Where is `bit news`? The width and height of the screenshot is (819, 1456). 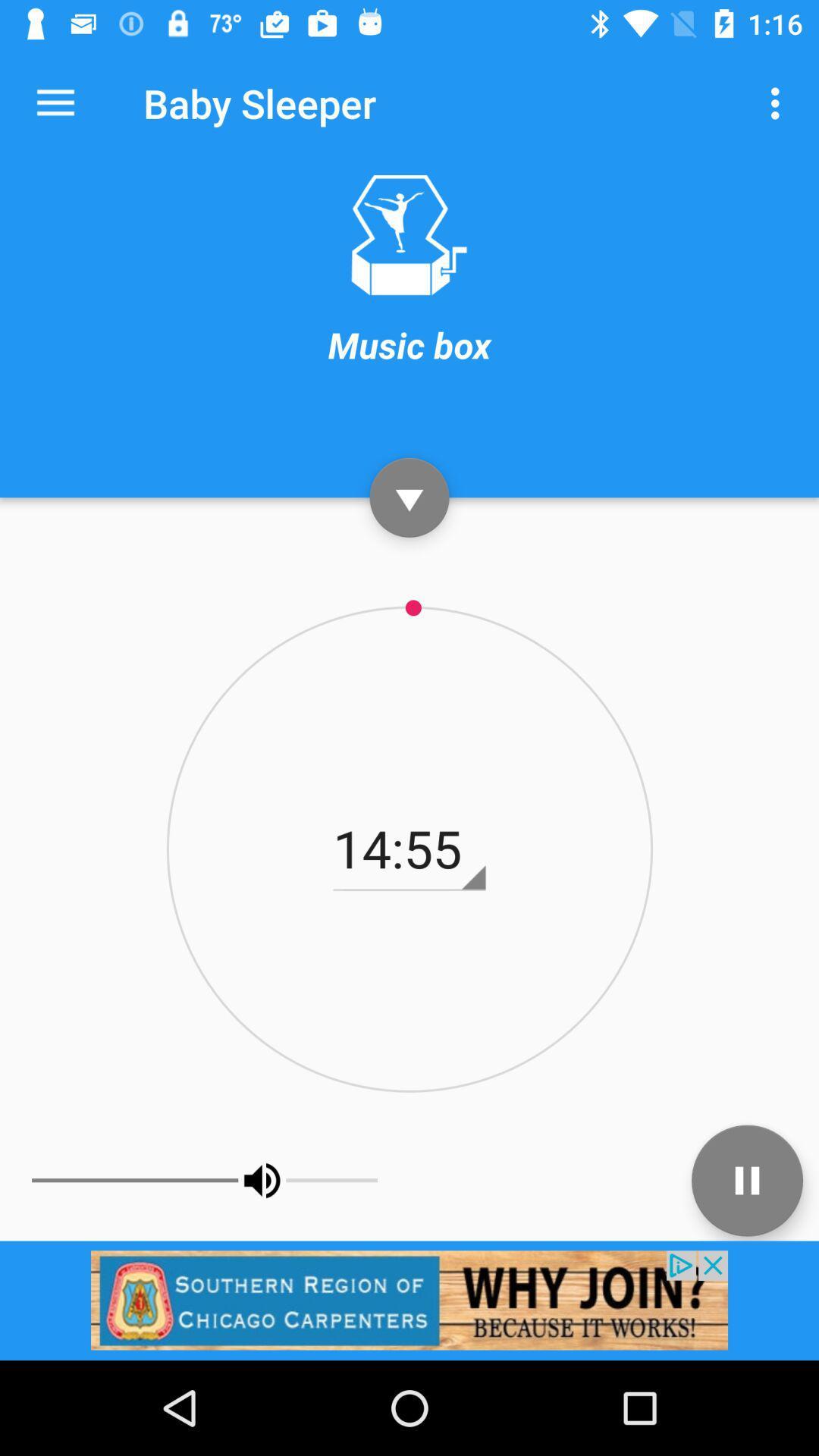 bit news is located at coordinates (409, 1299).